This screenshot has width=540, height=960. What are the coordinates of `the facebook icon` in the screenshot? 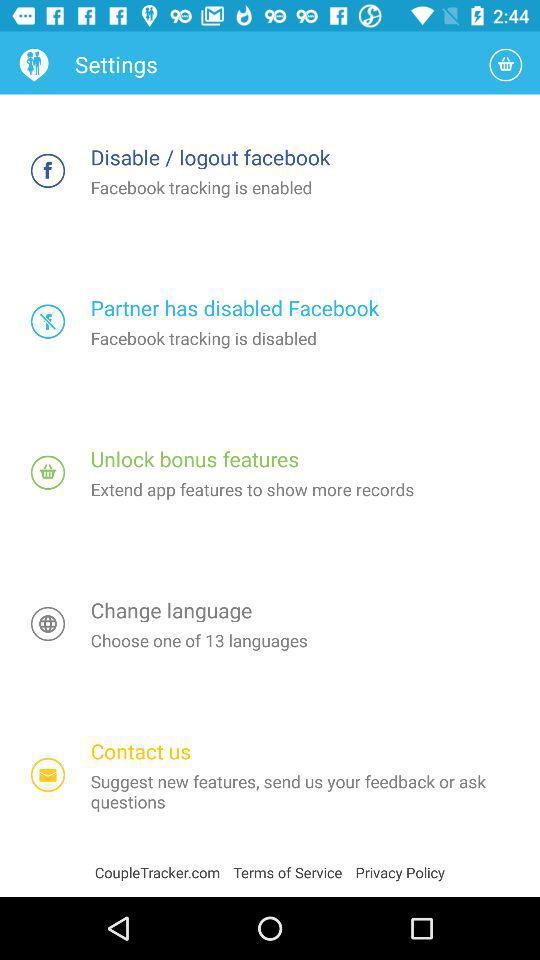 It's located at (48, 169).